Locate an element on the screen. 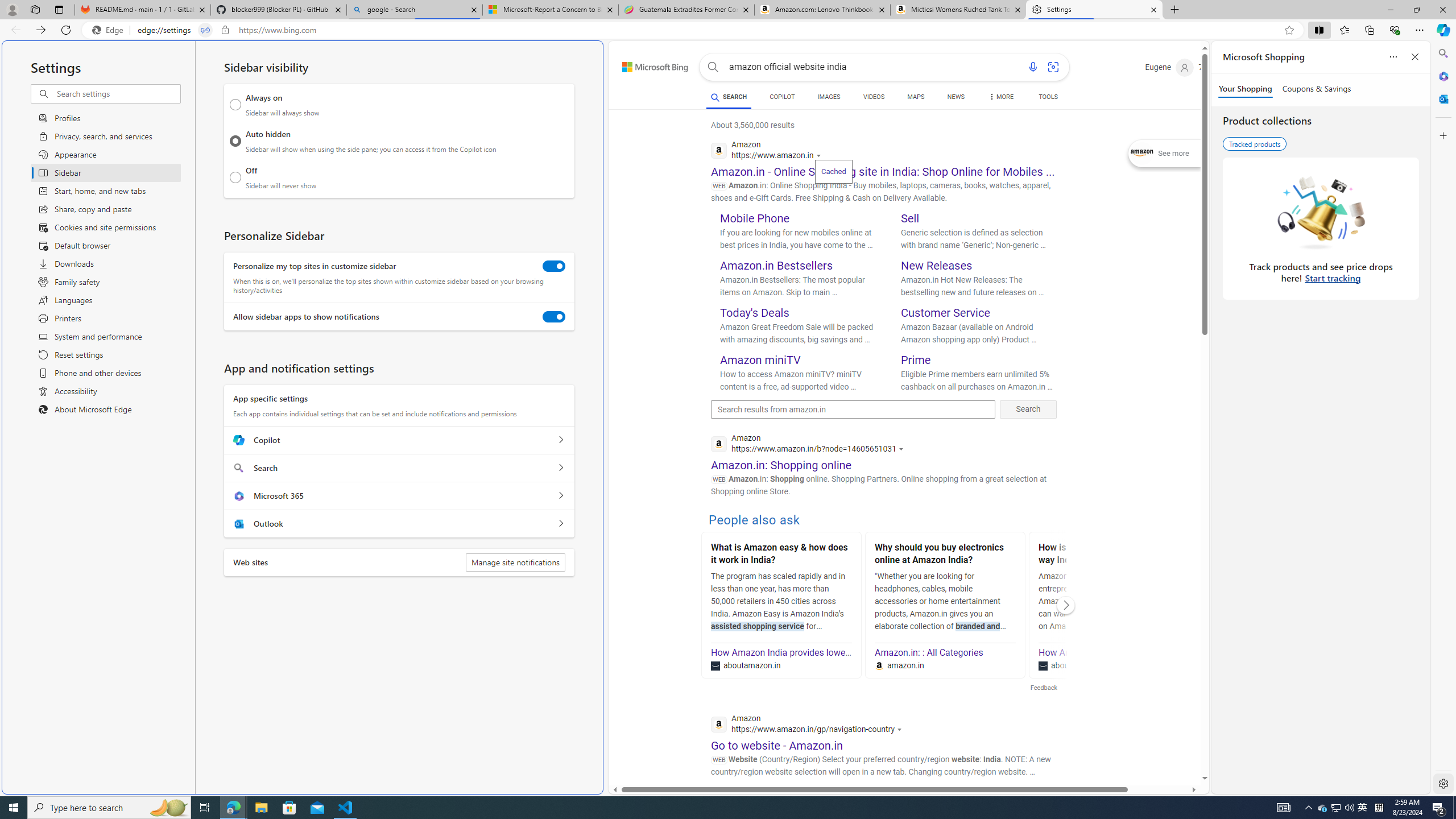 The image size is (1456, 819). 'Dropdown Menu' is located at coordinates (1001, 96).